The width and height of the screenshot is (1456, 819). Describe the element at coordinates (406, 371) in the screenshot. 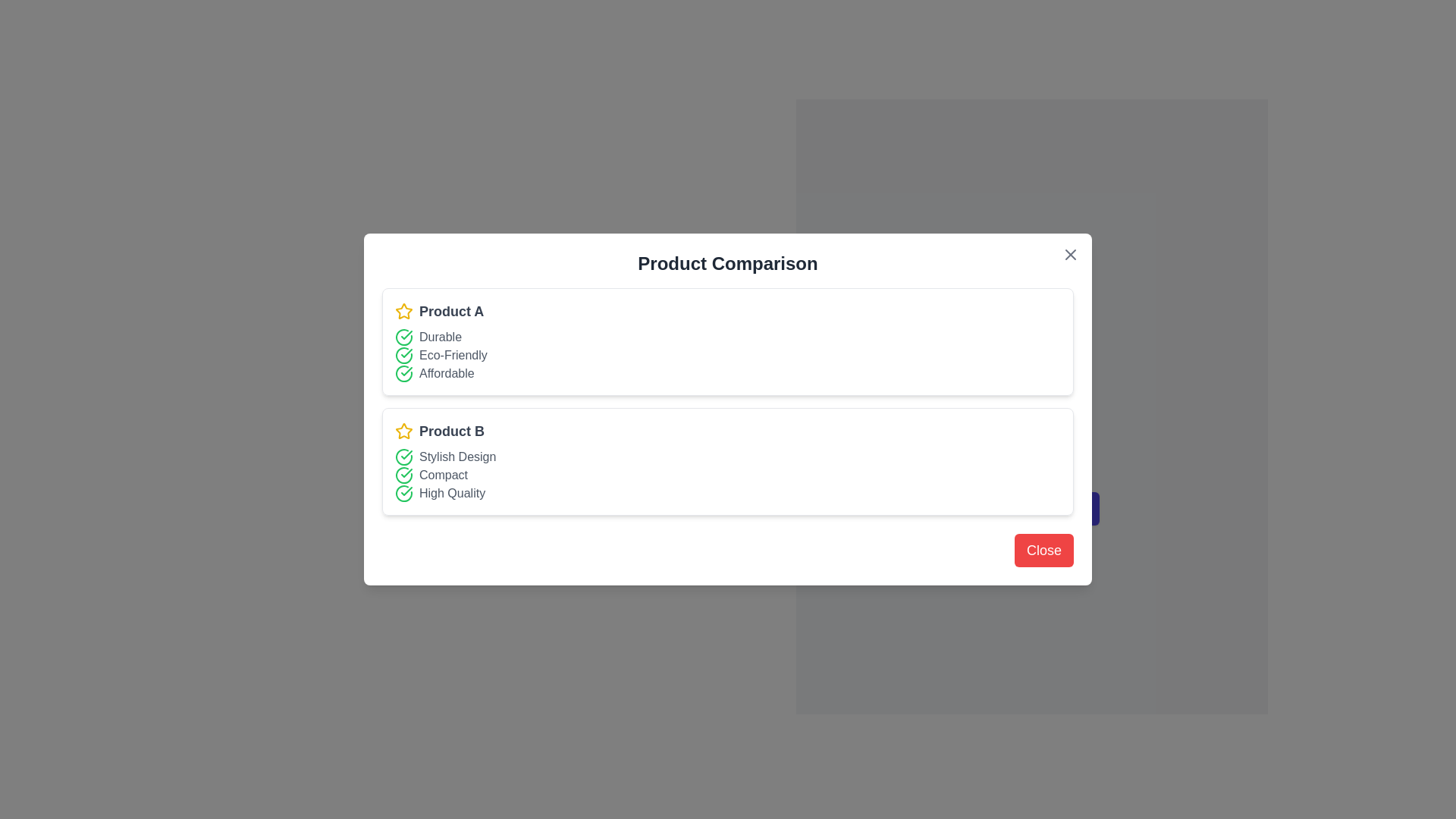

I see `the visual indicator icon for the 'Durable' feature in the product comparison list for 'Product A', which signifies a successful fulfillment or positive status` at that location.